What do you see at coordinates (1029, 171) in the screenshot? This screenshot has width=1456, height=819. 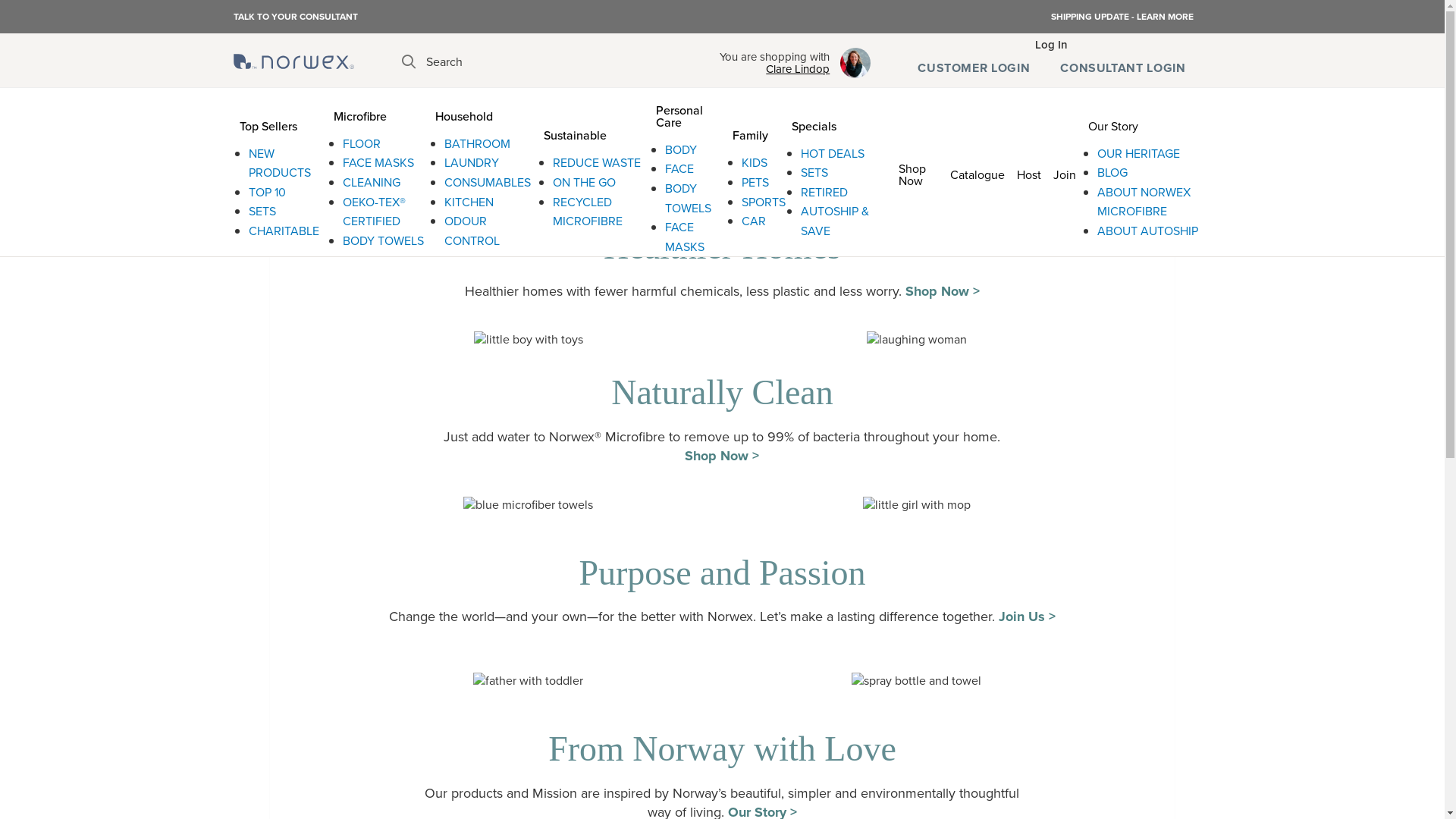 I see `'Host'` at bounding box center [1029, 171].